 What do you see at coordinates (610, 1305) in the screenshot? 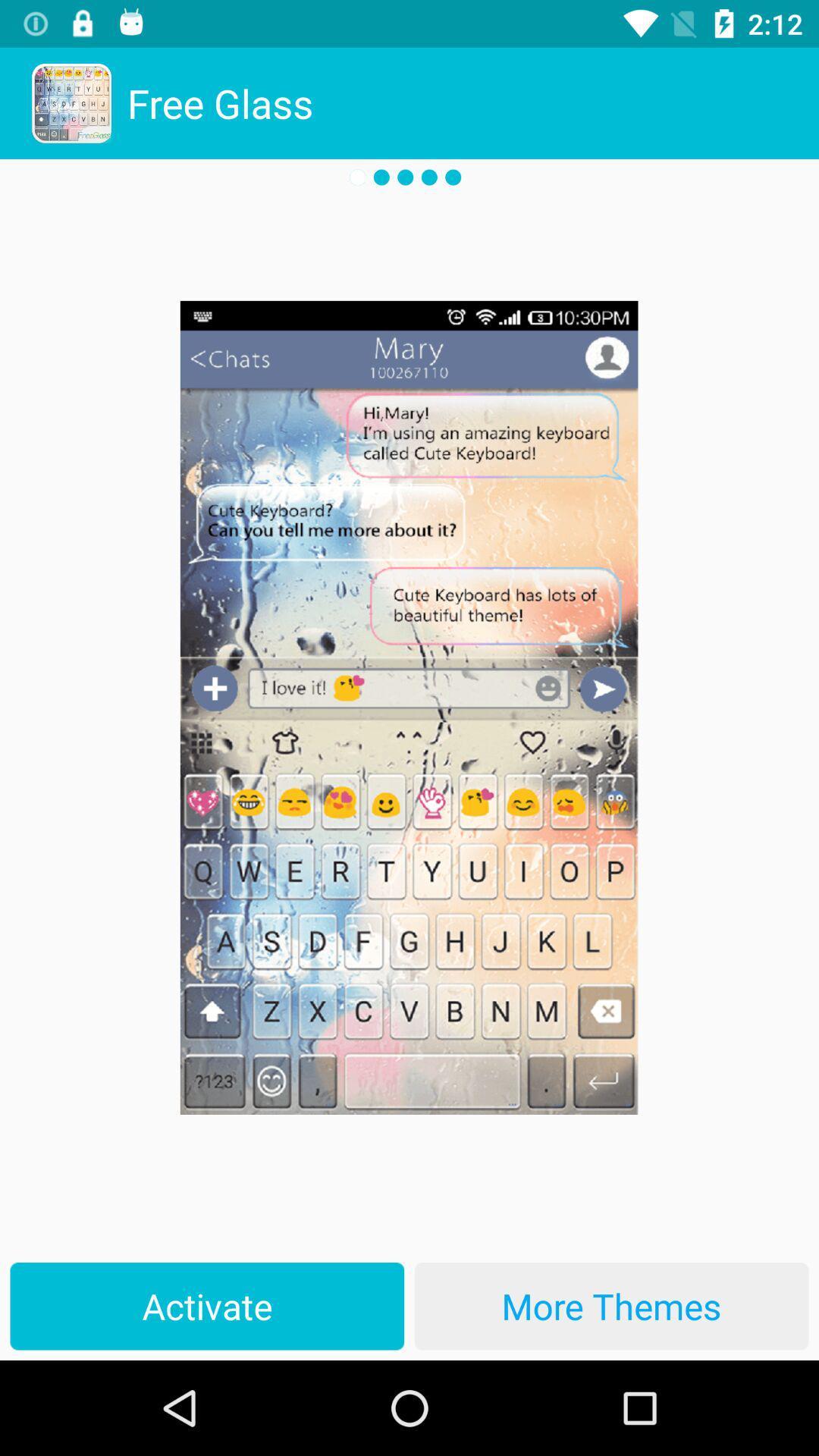
I see `more themes at the bottom right corner` at bounding box center [610, 1305].